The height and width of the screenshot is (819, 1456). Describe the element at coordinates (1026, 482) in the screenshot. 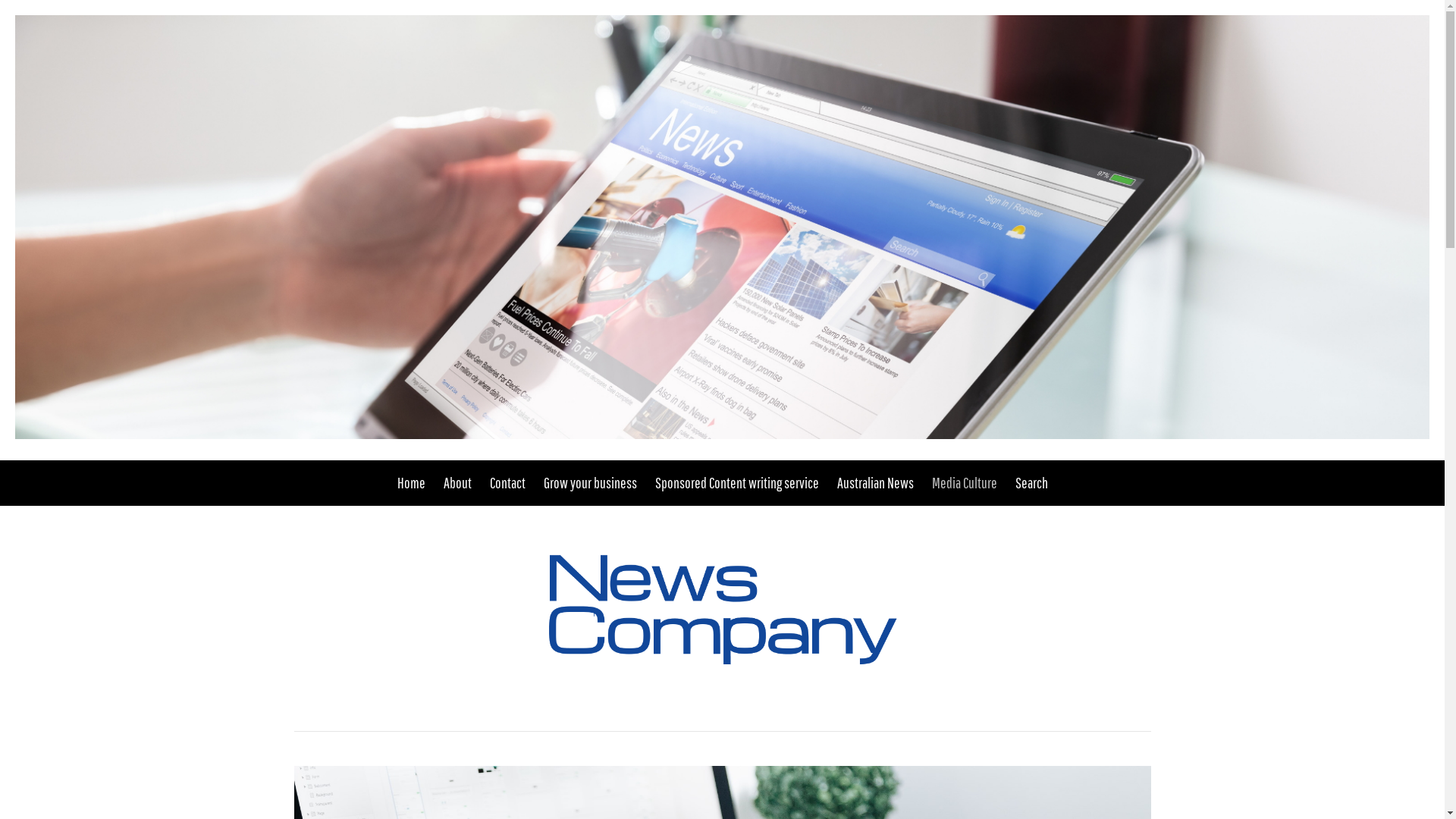

I see `'Search'` at that location.